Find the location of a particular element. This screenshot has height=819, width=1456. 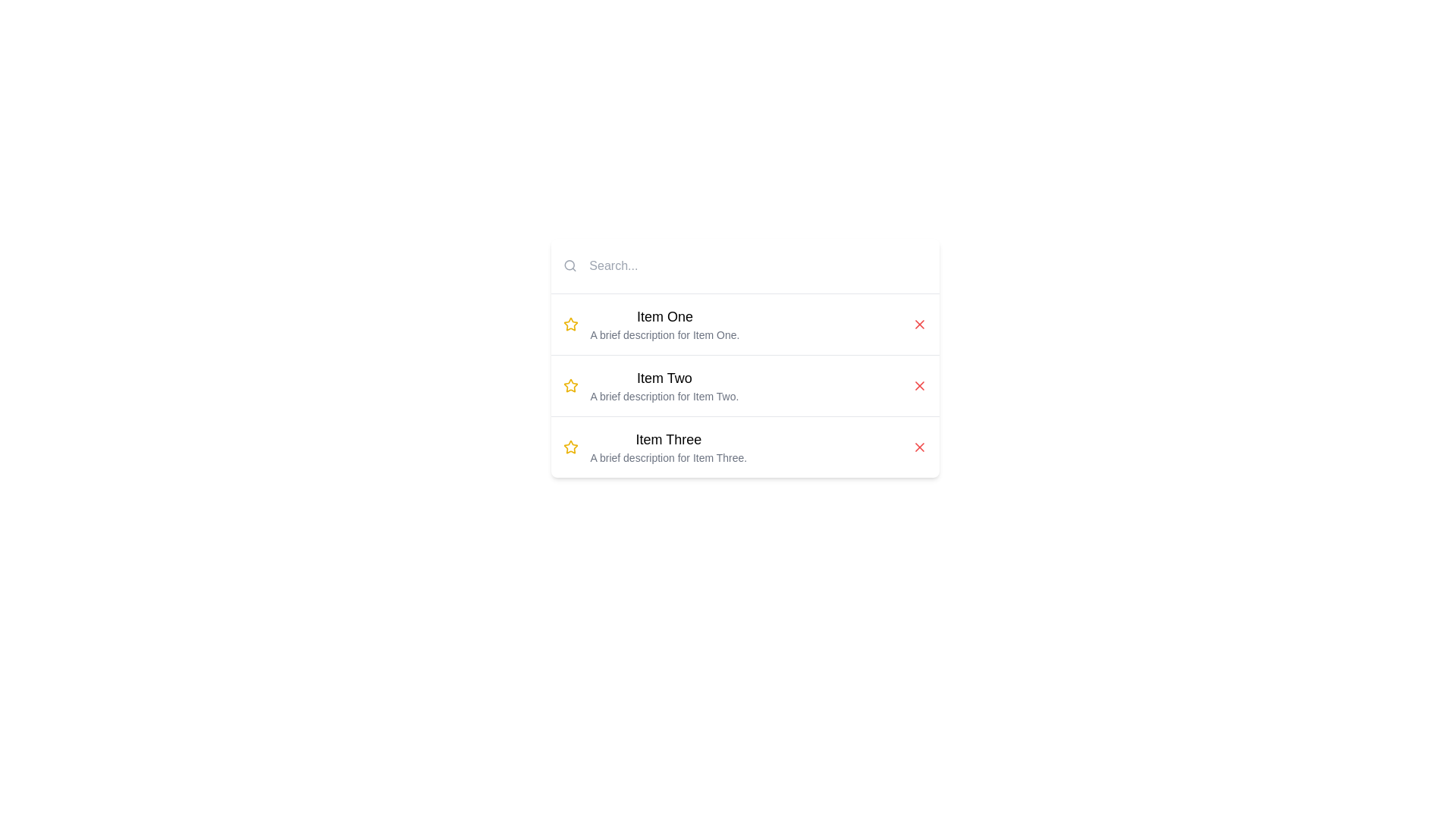

the second row list item that contains a title and description, positioned between 'Item One' and 'Item Three' is located at coordinates (745, 384).